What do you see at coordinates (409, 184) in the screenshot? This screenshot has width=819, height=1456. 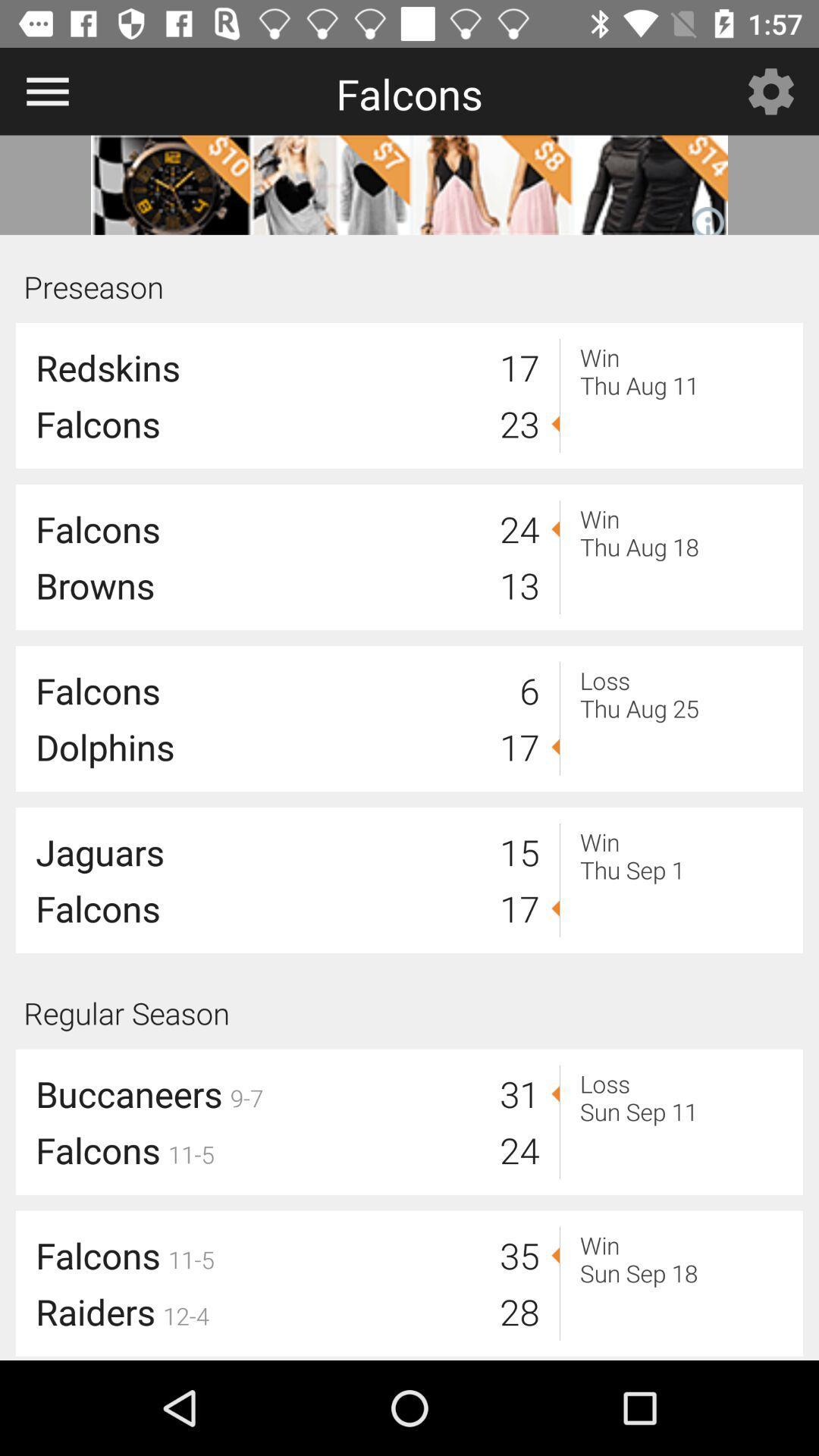 I see `more details` at bounding box center [409, 184].